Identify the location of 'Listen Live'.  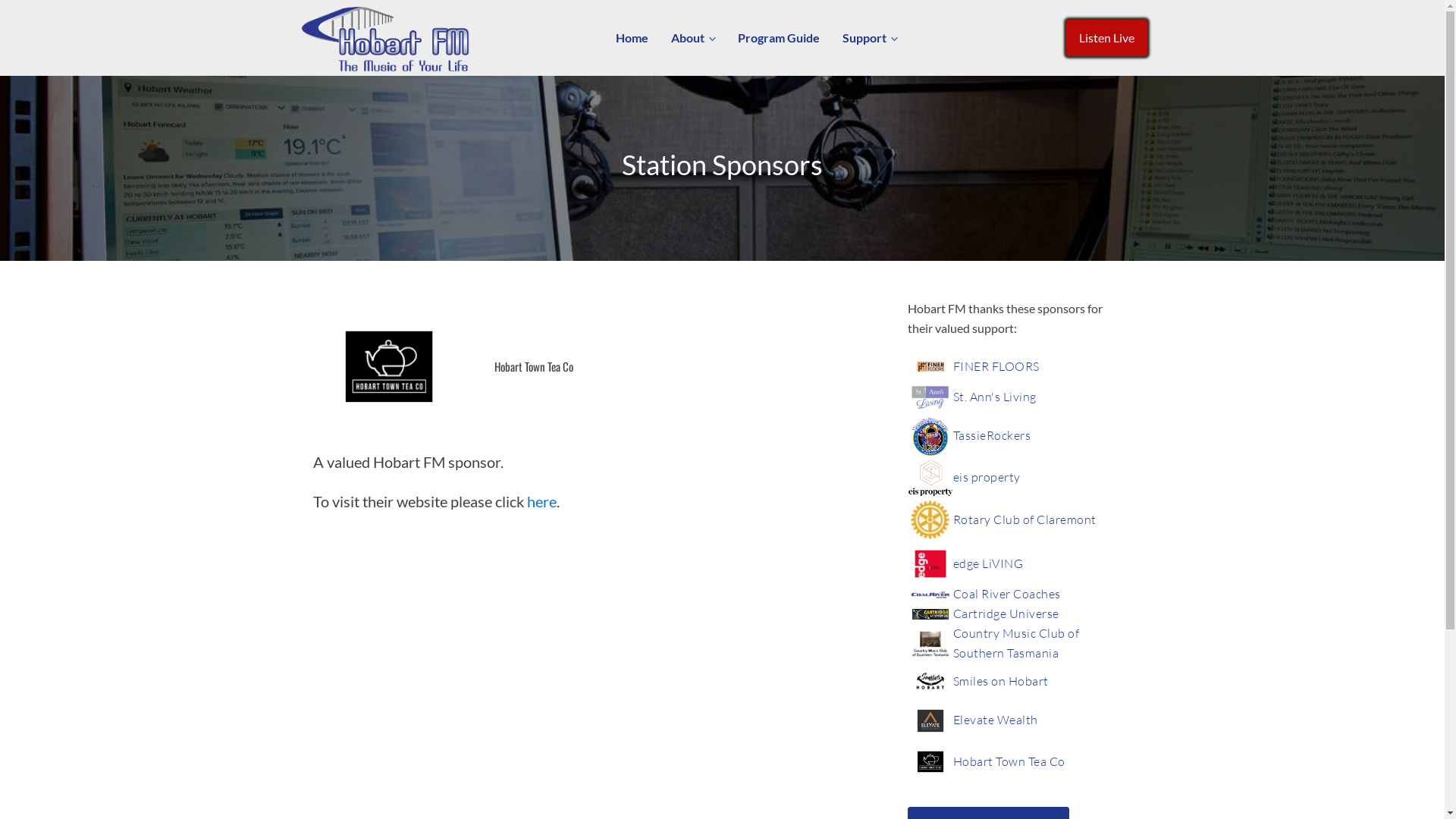
(1106, 37).